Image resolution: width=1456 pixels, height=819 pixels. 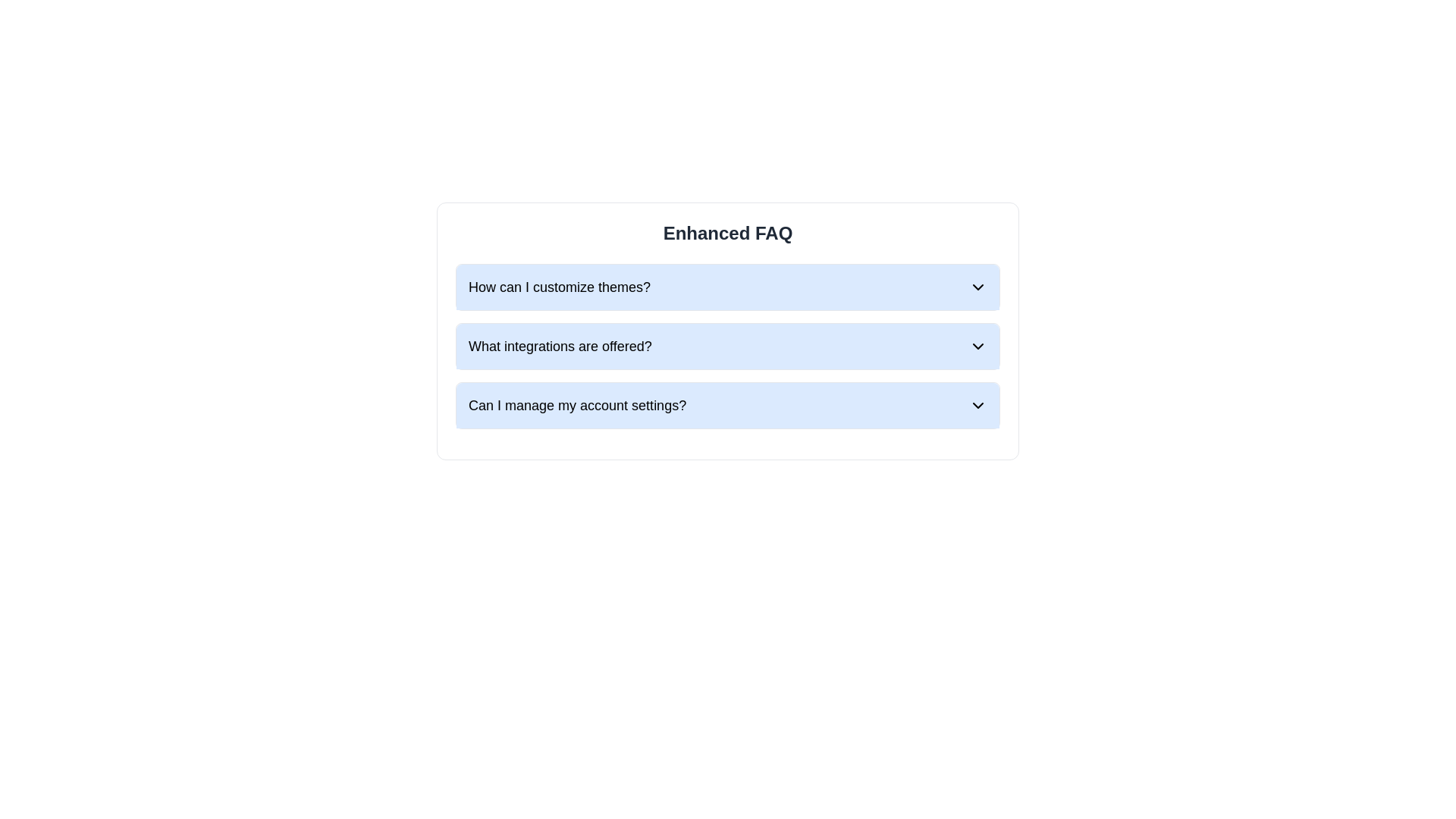 I want to click on the second question in the FAQ section, so click(x=728, y=346).